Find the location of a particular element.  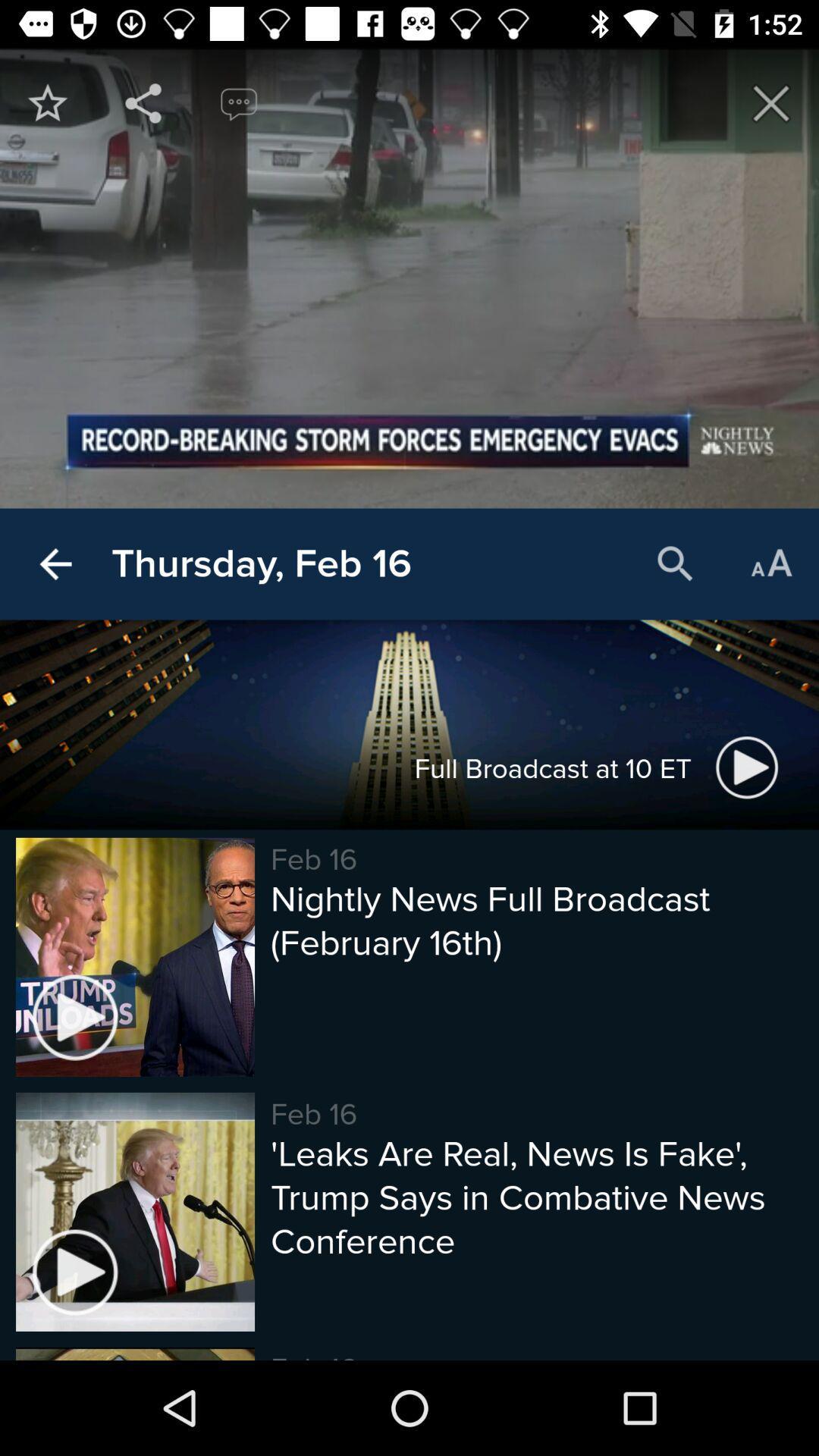

the thursday, feb 16 icon is located at coordinates (260, 563).